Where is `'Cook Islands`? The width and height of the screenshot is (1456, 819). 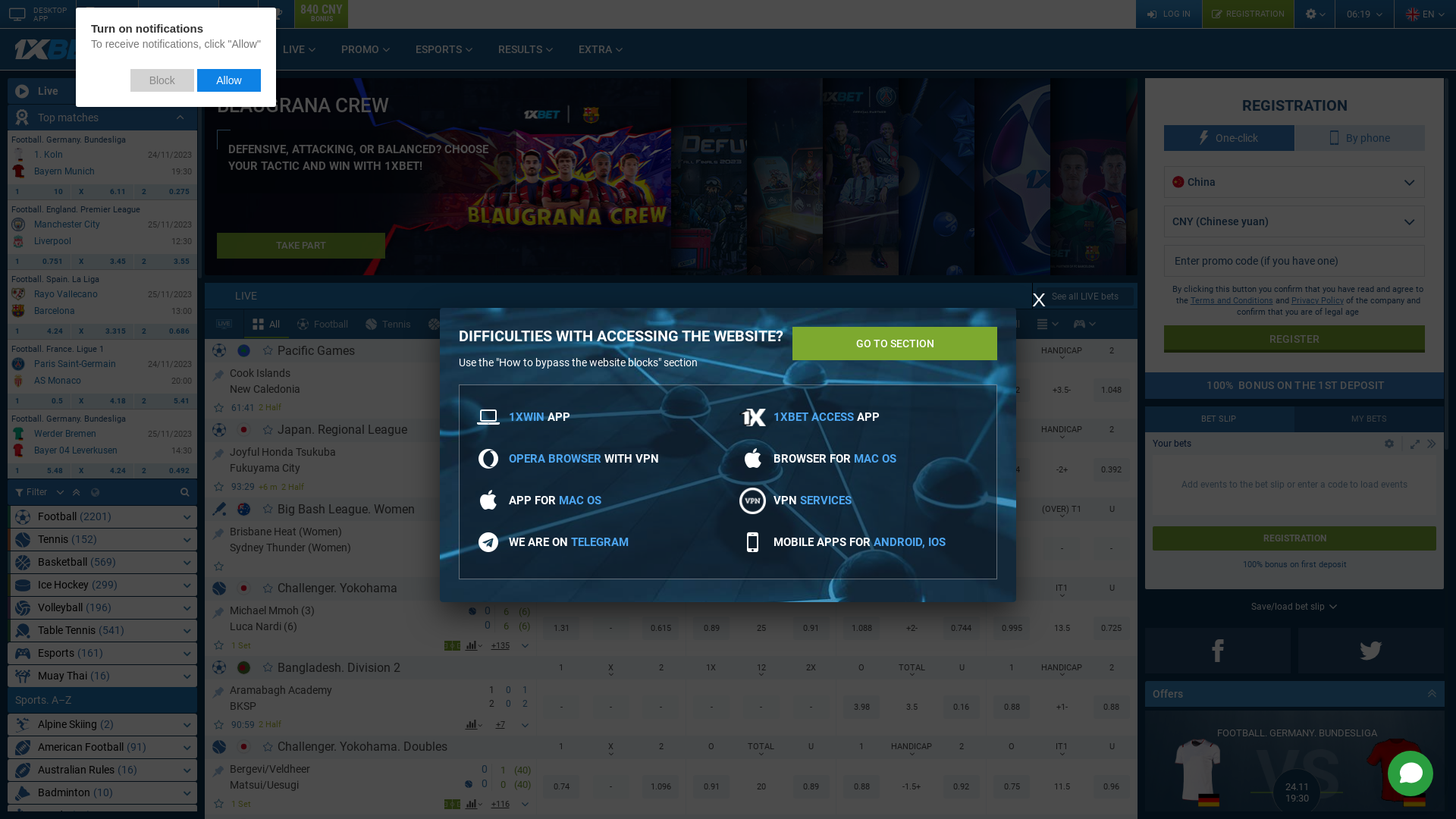
'Cook Islands is located at coordinates (228, 379).